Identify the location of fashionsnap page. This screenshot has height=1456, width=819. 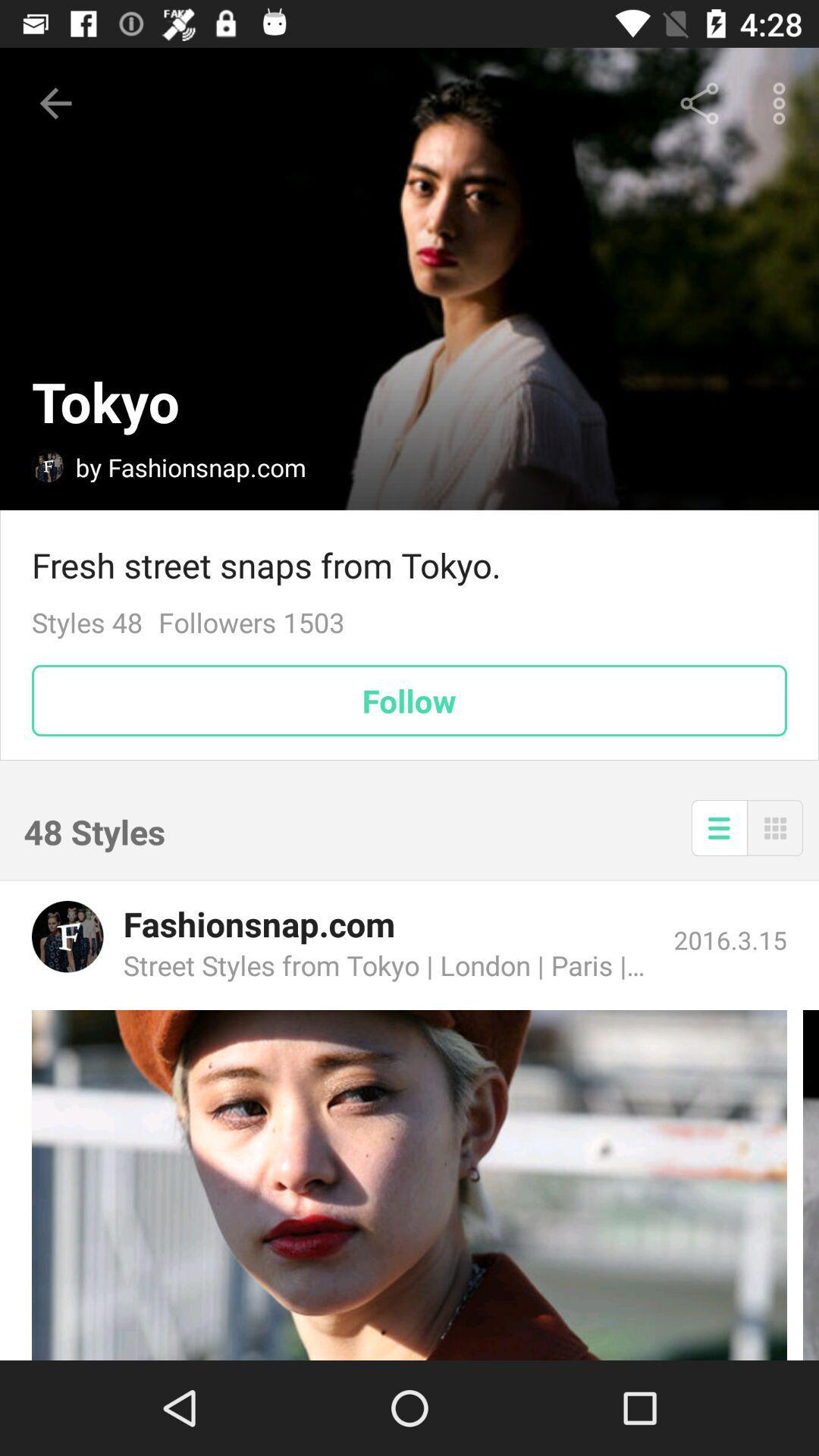
(67, 936).